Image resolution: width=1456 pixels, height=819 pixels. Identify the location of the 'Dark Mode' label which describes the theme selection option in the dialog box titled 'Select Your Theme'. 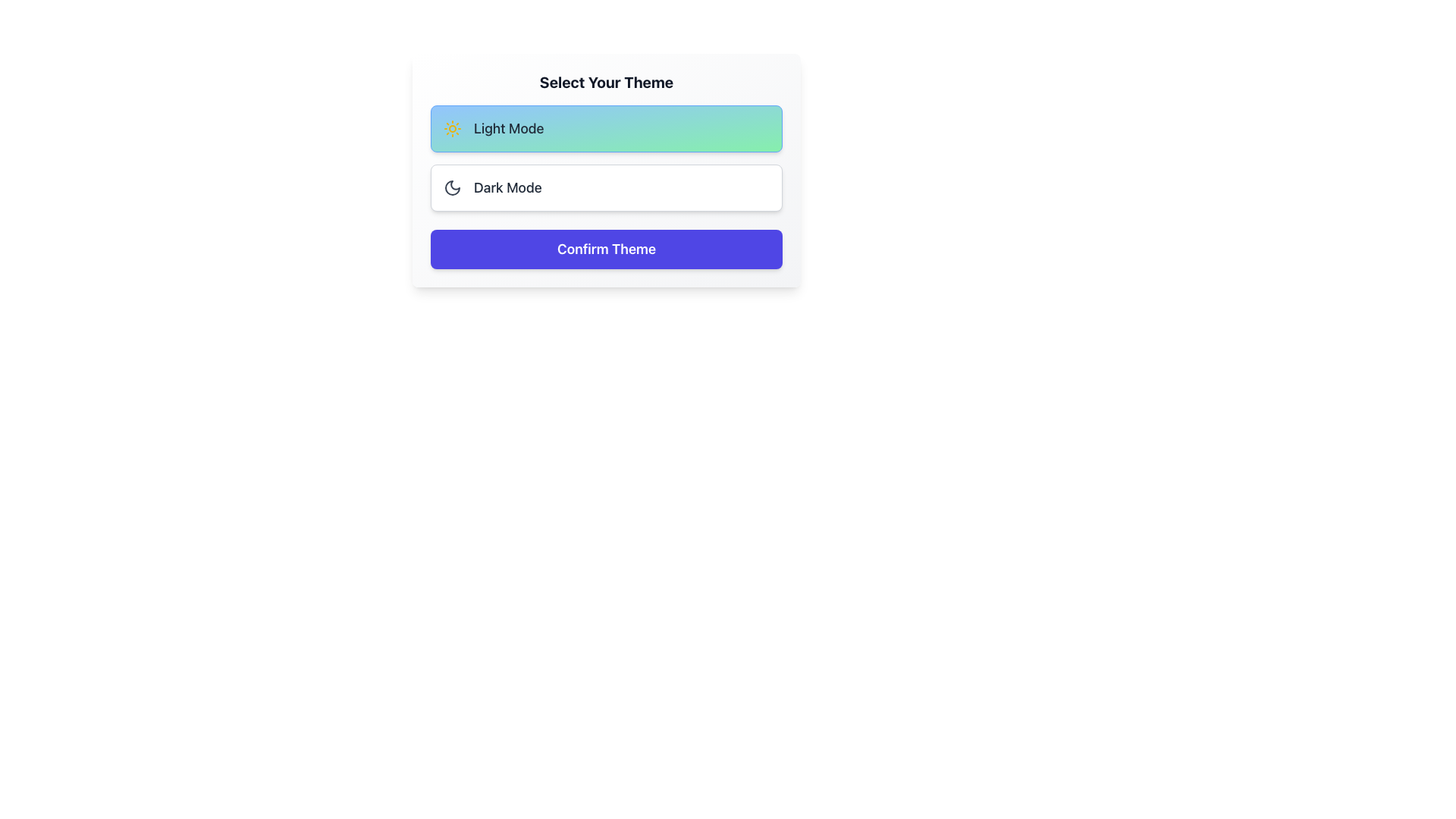
(507, 187).